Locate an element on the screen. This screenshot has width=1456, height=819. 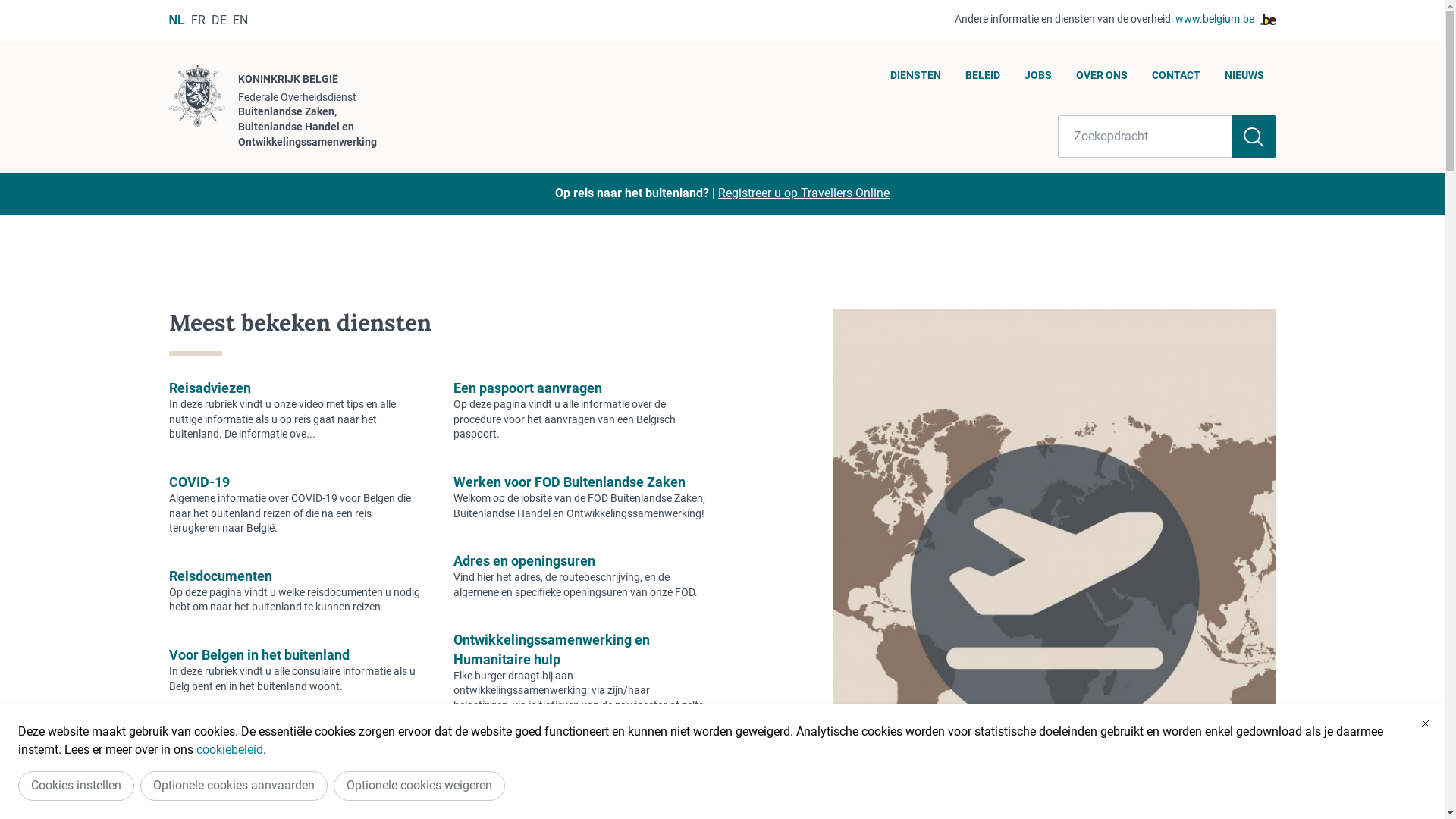
'cookiebeleid' is located at coordinates (228, 748).